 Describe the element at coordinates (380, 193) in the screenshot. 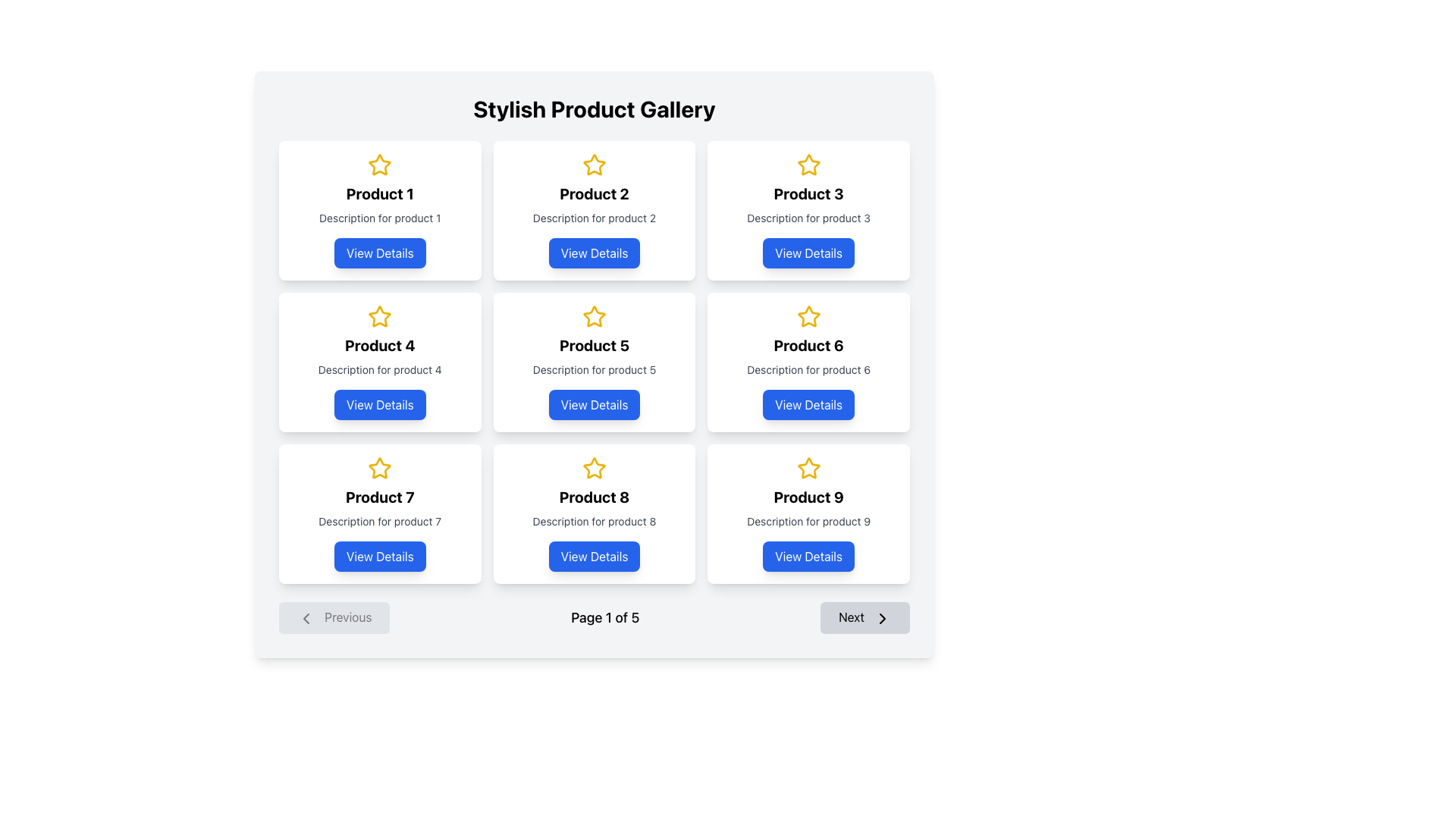

I see `the text element displaying 'Product 1' in bold, large font size, located at the upper-center of the first product card in the grid-based product gallery` at that location.